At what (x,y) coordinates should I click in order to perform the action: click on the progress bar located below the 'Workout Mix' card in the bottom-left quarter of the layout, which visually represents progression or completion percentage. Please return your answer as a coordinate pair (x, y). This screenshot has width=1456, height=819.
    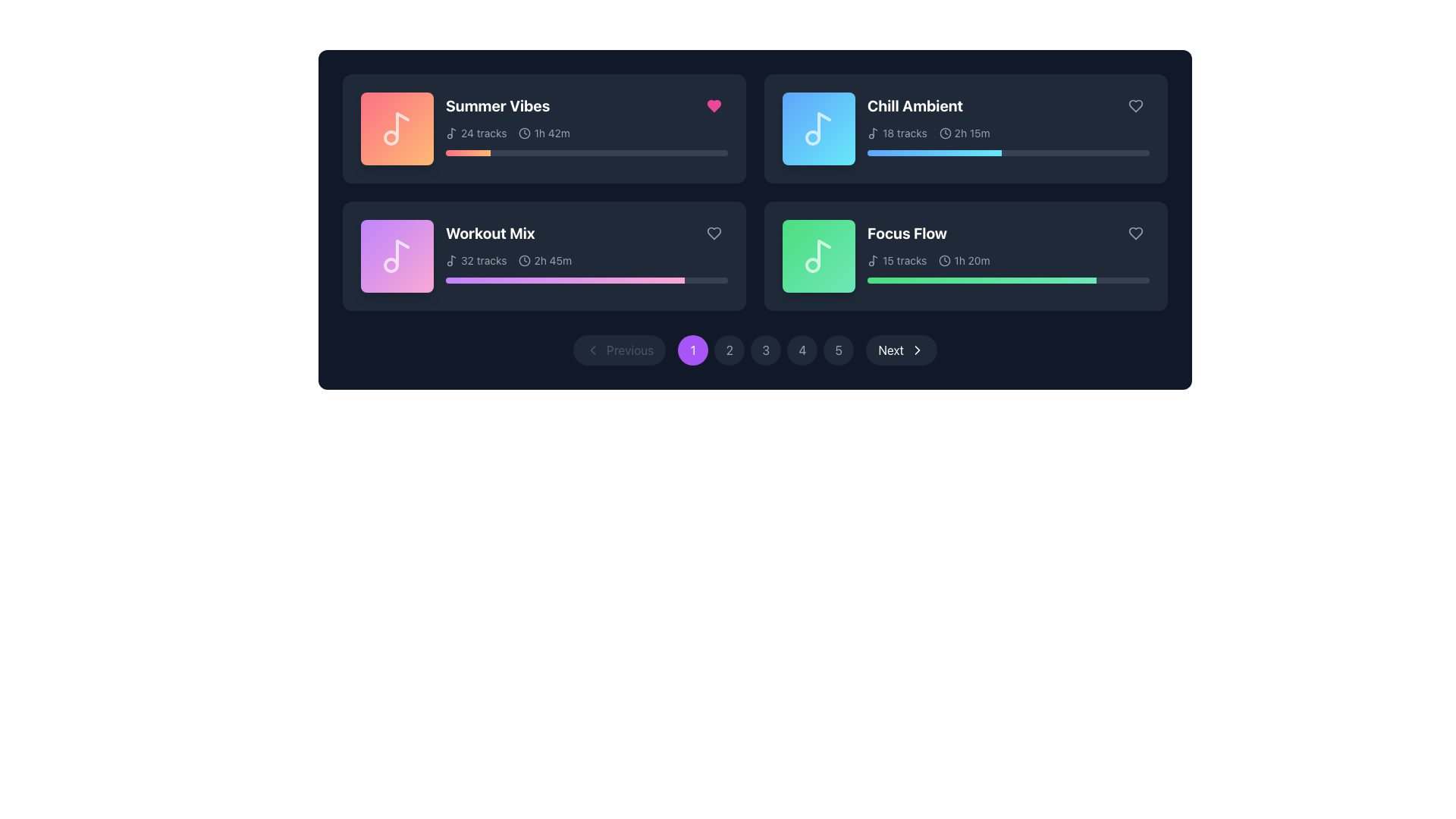
    Looking at the image, I should click on (564, 281).